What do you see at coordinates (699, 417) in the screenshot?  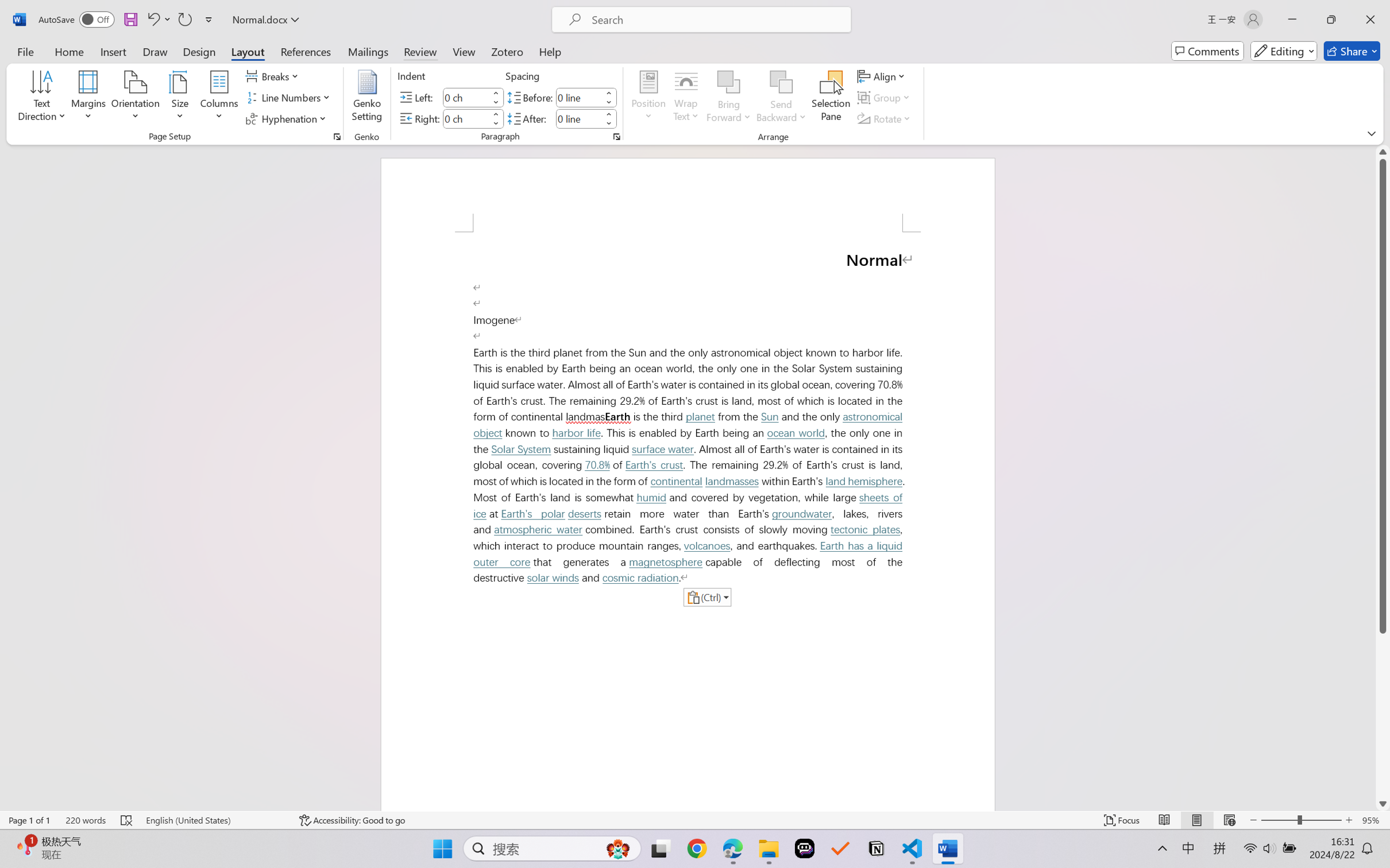 I see `'planet'` at bounding box center [699, 417].